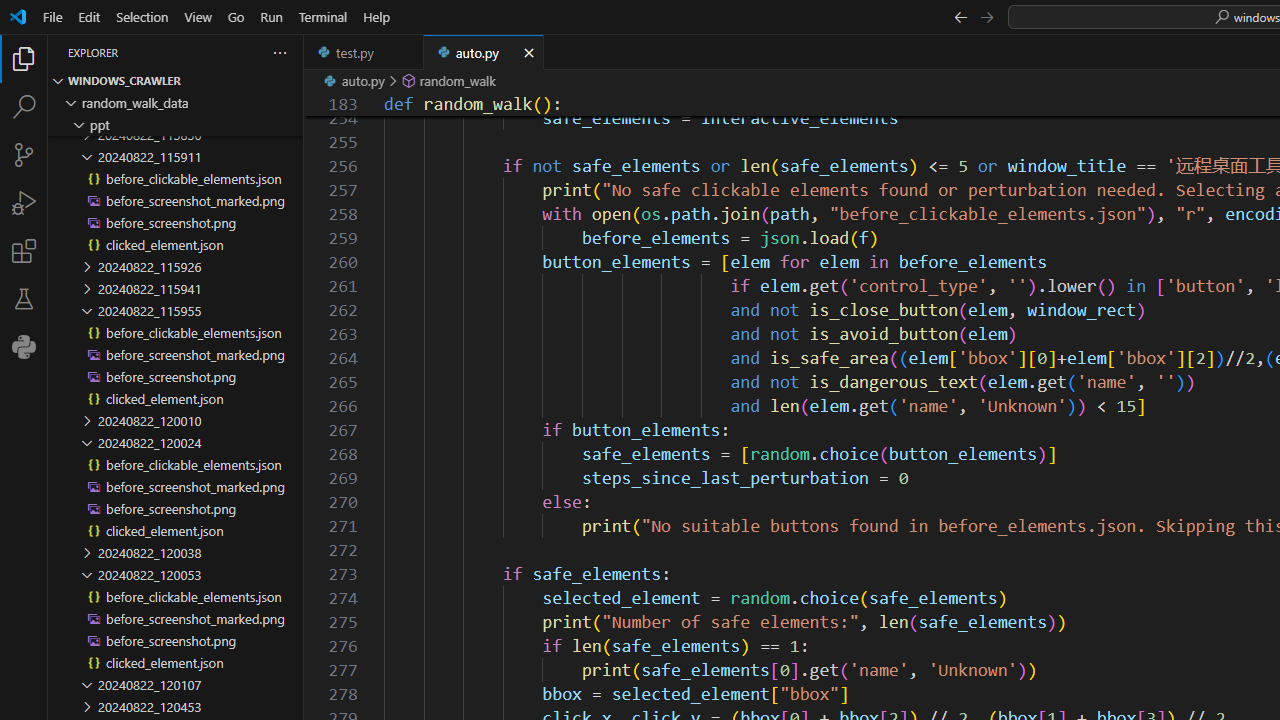 The image size is (1280, 720). I want to click on 'Python', so click(24, 346).